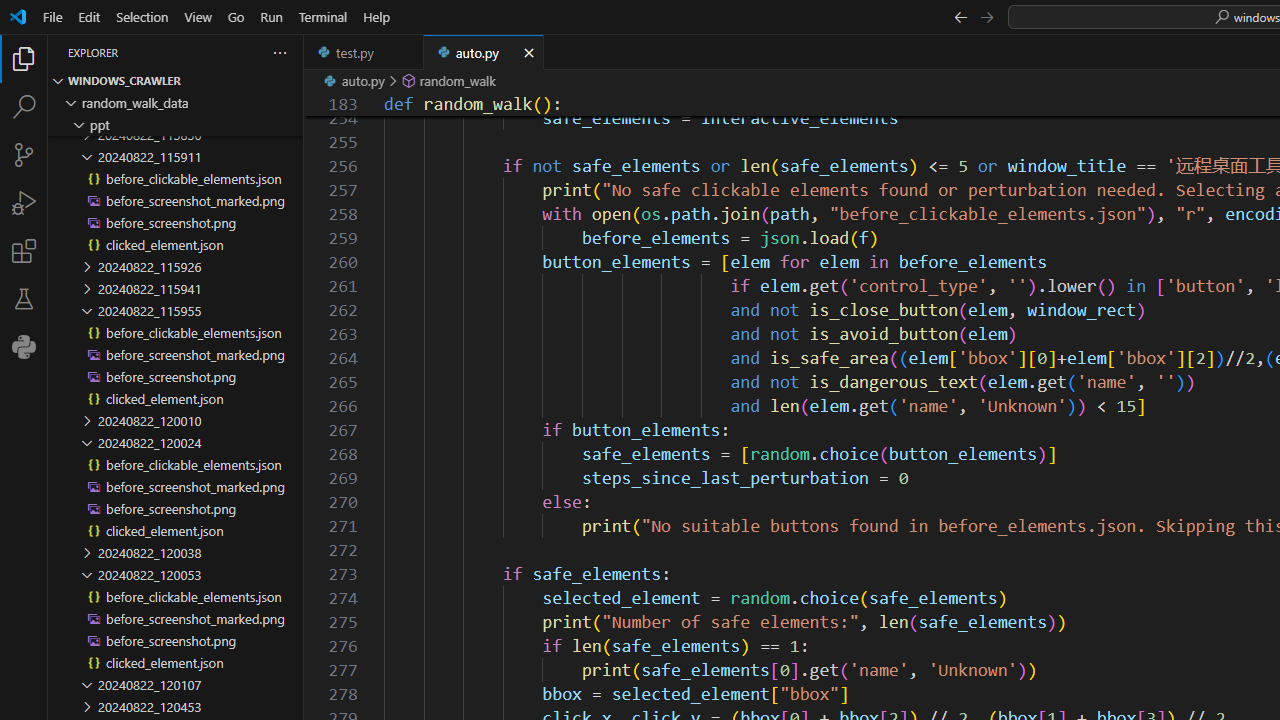 The image size is (1280, 720). I want to click on 'Python', so click(24, 346).